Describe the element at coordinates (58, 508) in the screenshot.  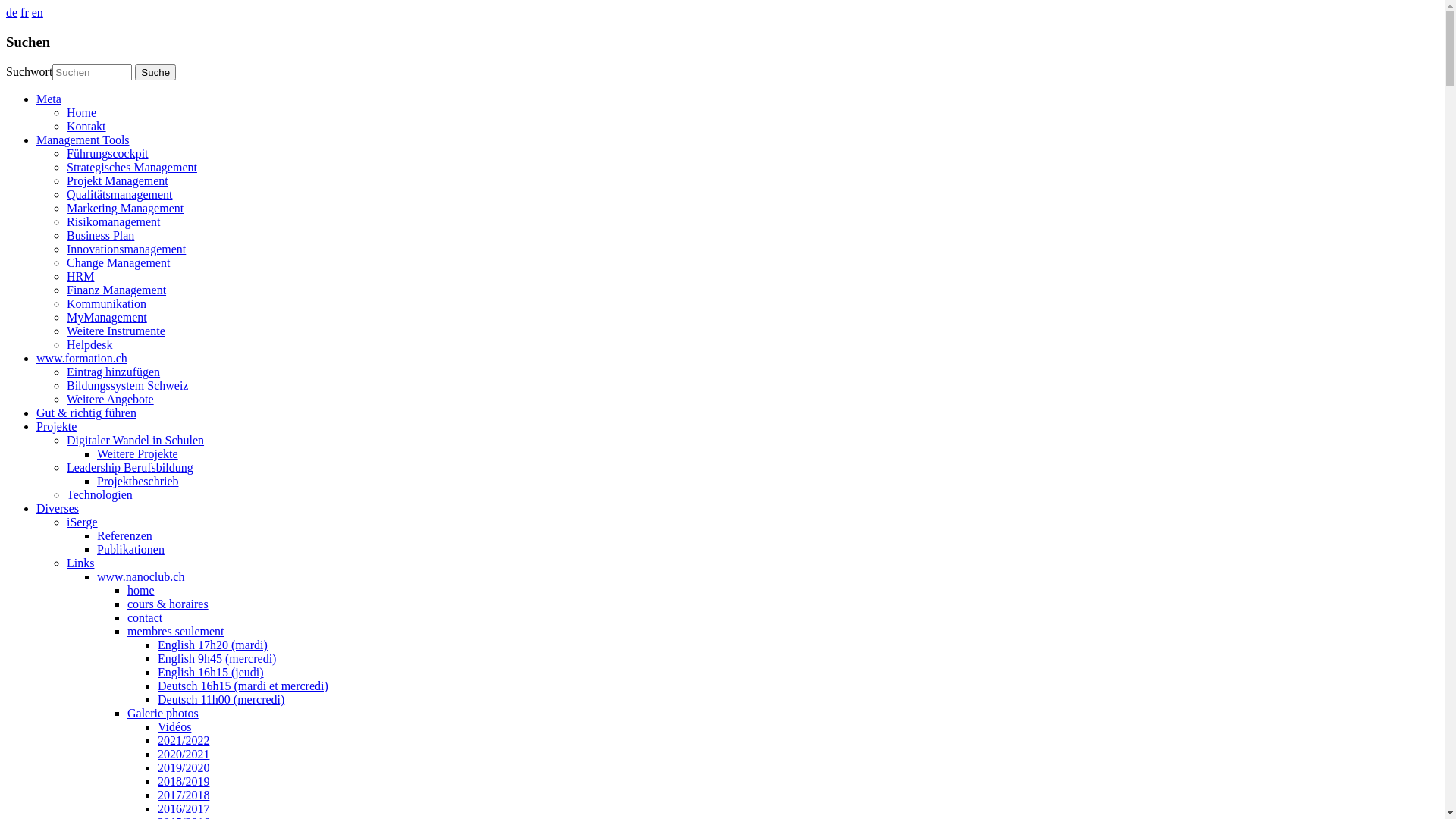
I see `'Diverses'` at that location.